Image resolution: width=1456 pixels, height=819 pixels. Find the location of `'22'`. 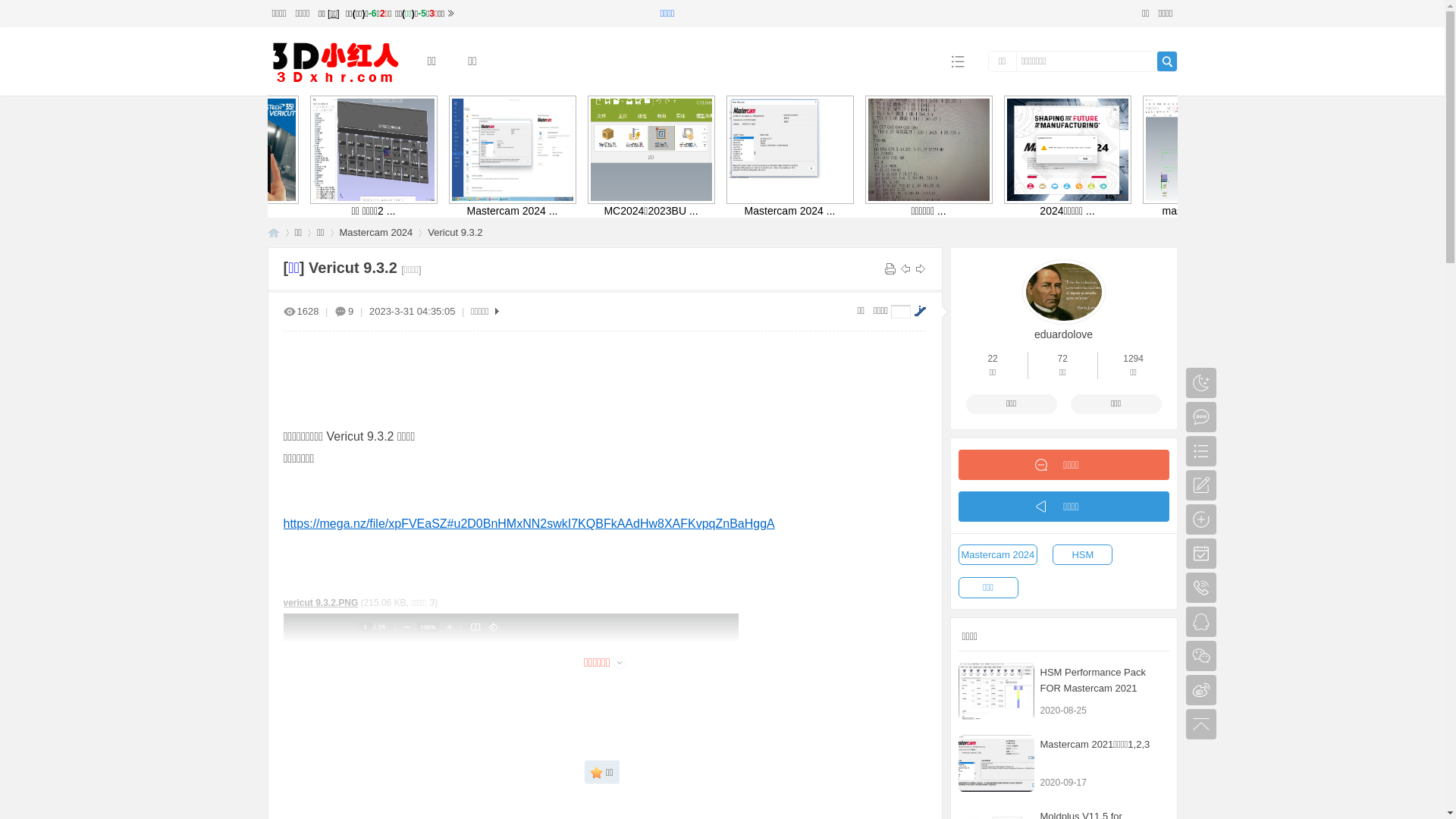

'22' is located at coordinates (987, 359).